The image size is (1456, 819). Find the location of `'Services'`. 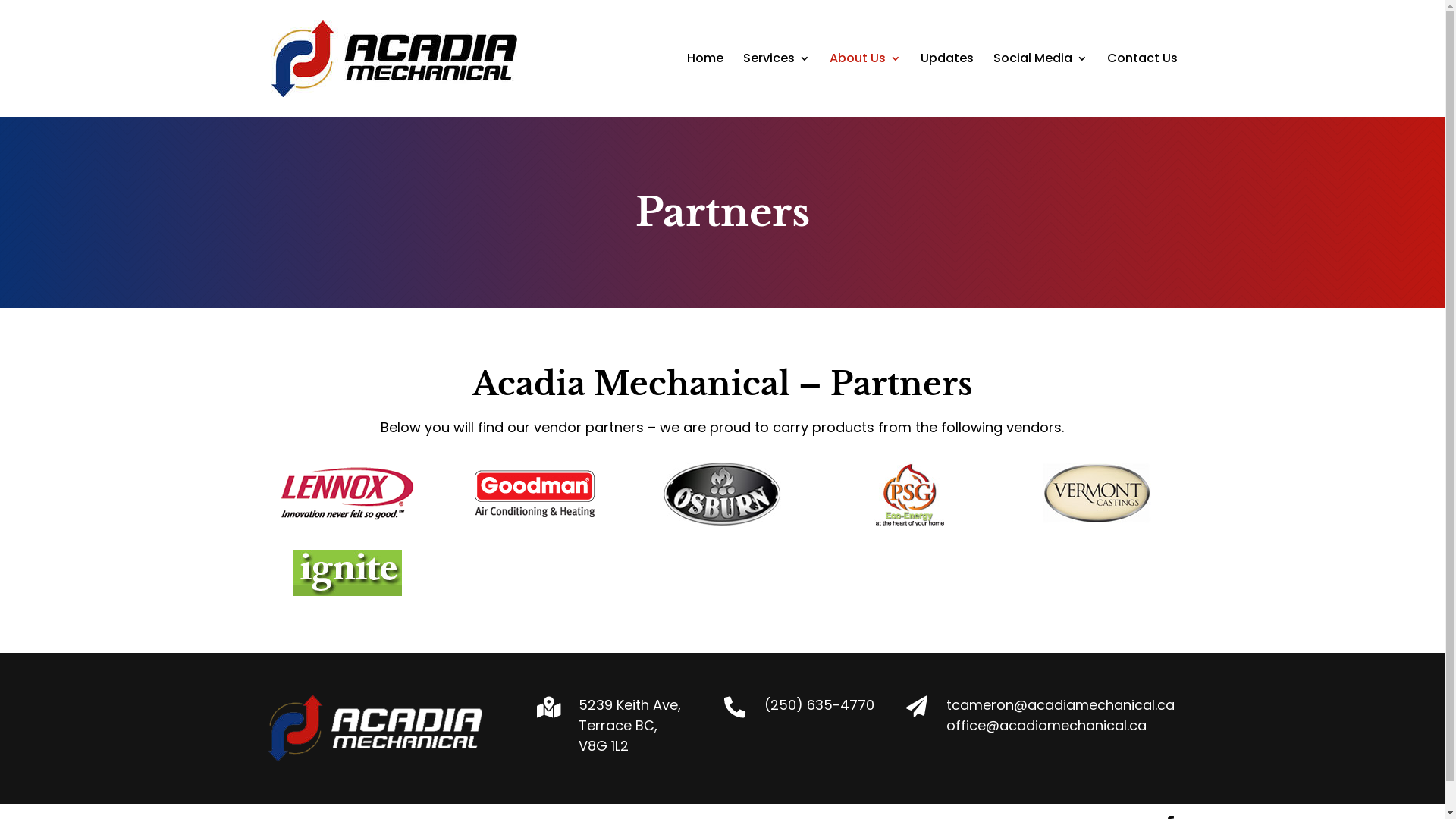

'Services' is located at coordinates (776, 84).